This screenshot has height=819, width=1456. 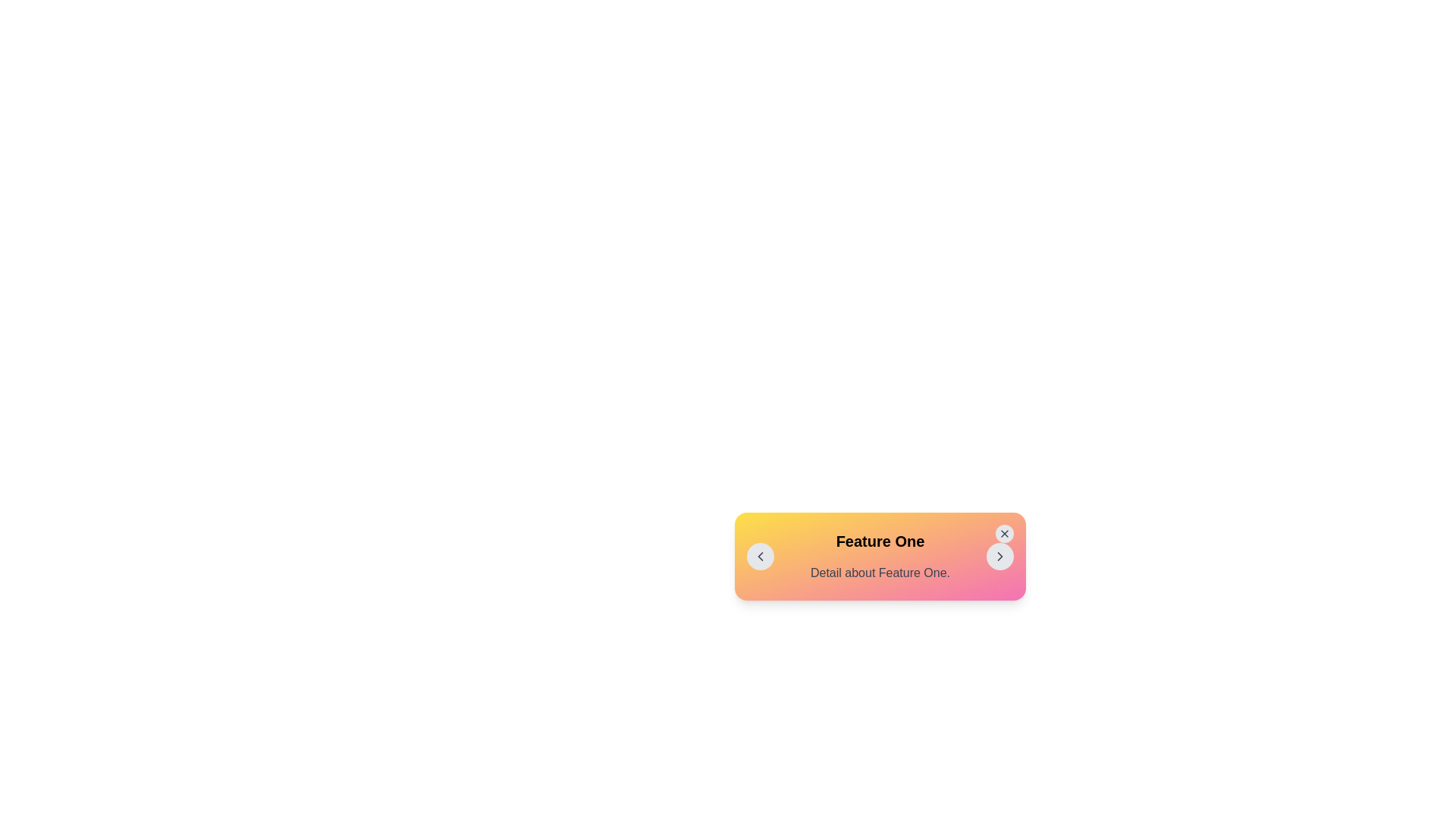 I want to click on the circular button with a light gray background and a left-pointing chevron icon to invoke the previous action, so click(x=761, y=556).